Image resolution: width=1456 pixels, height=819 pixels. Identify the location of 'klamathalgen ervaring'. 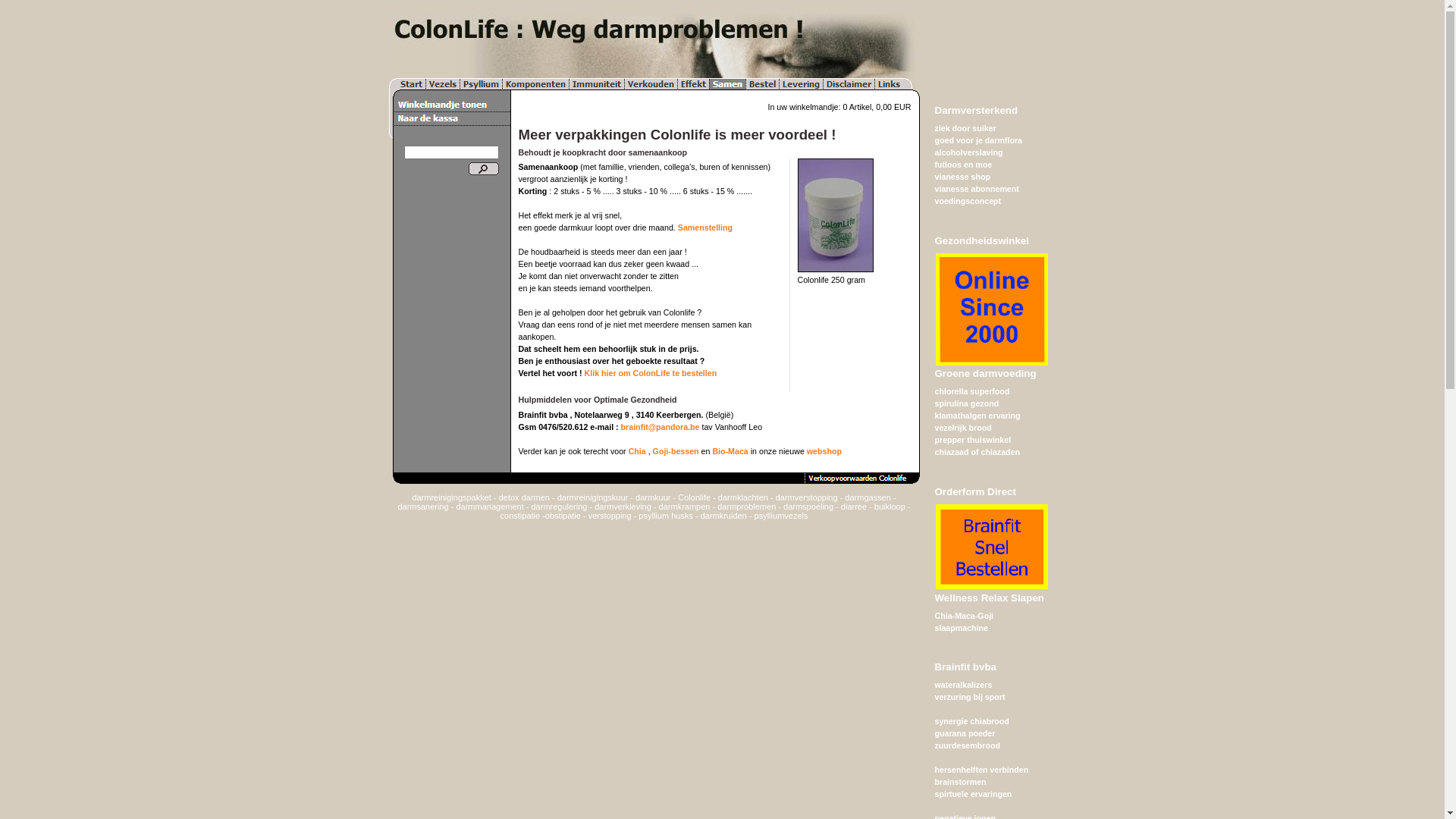
(977, 415).